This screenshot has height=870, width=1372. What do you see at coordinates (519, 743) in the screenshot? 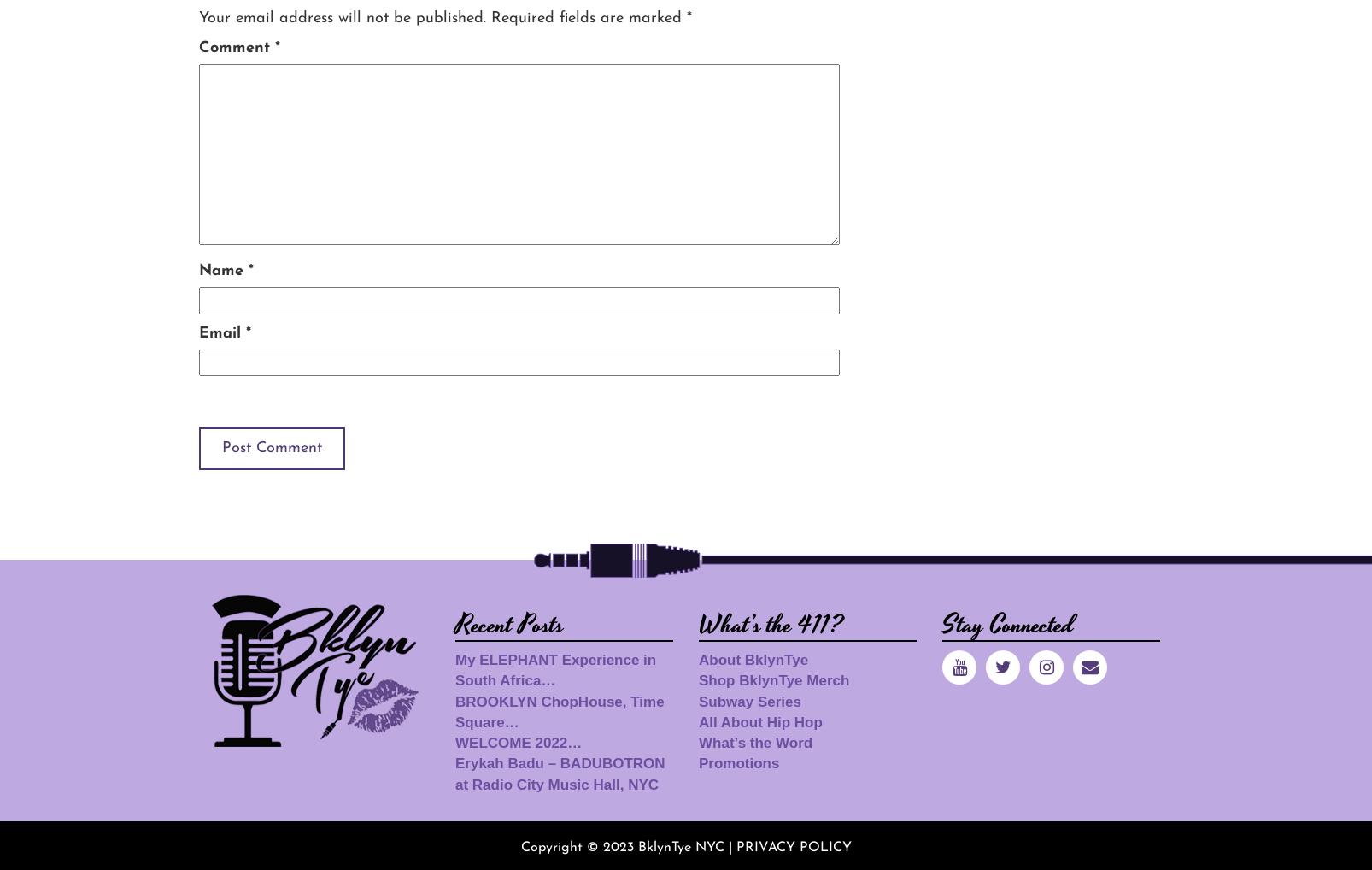
I see `'WELCOME 2022…'` at bounding box center [519, 743].